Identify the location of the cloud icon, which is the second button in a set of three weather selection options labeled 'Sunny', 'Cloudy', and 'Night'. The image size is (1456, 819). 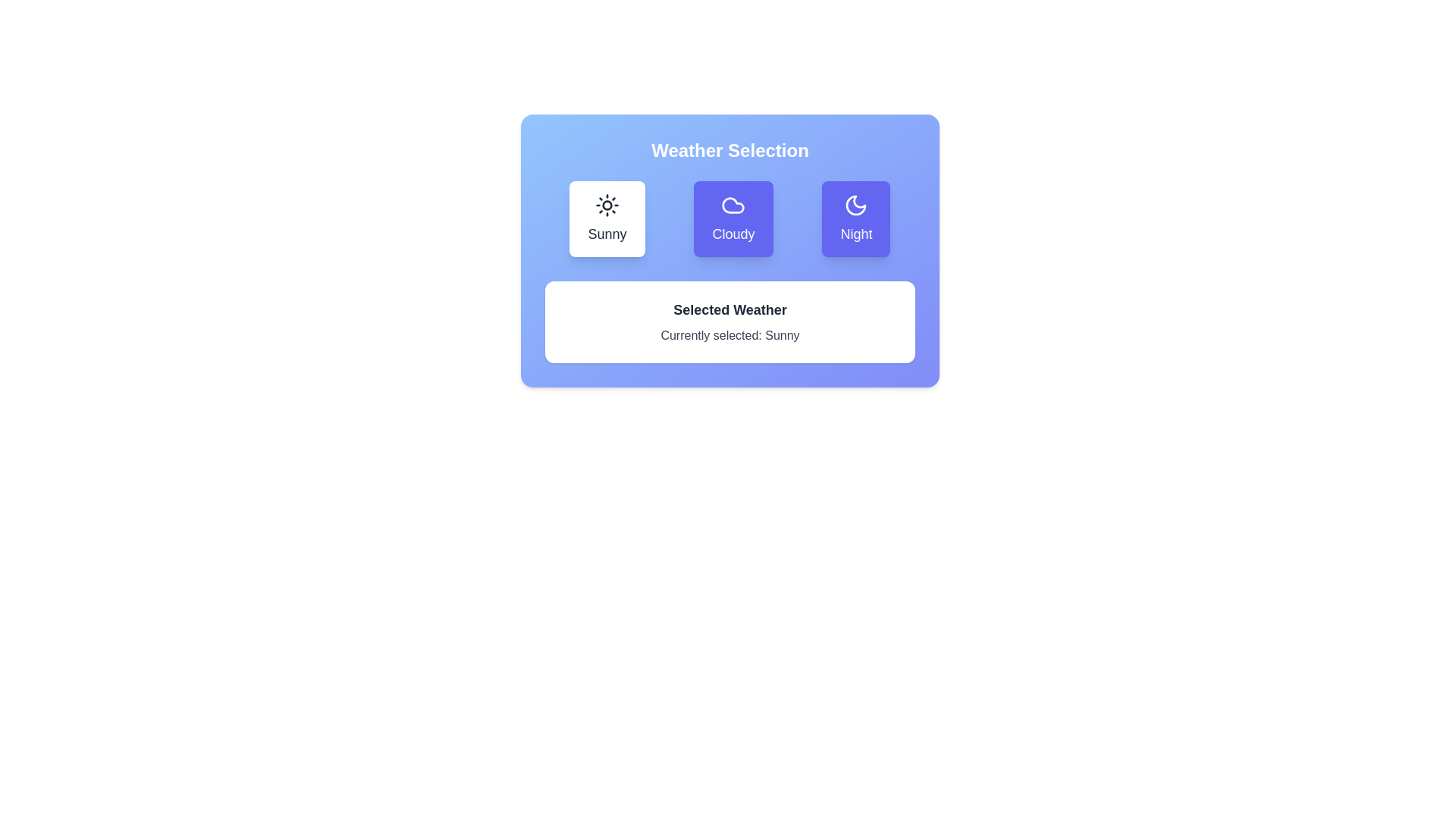
(733, 205).